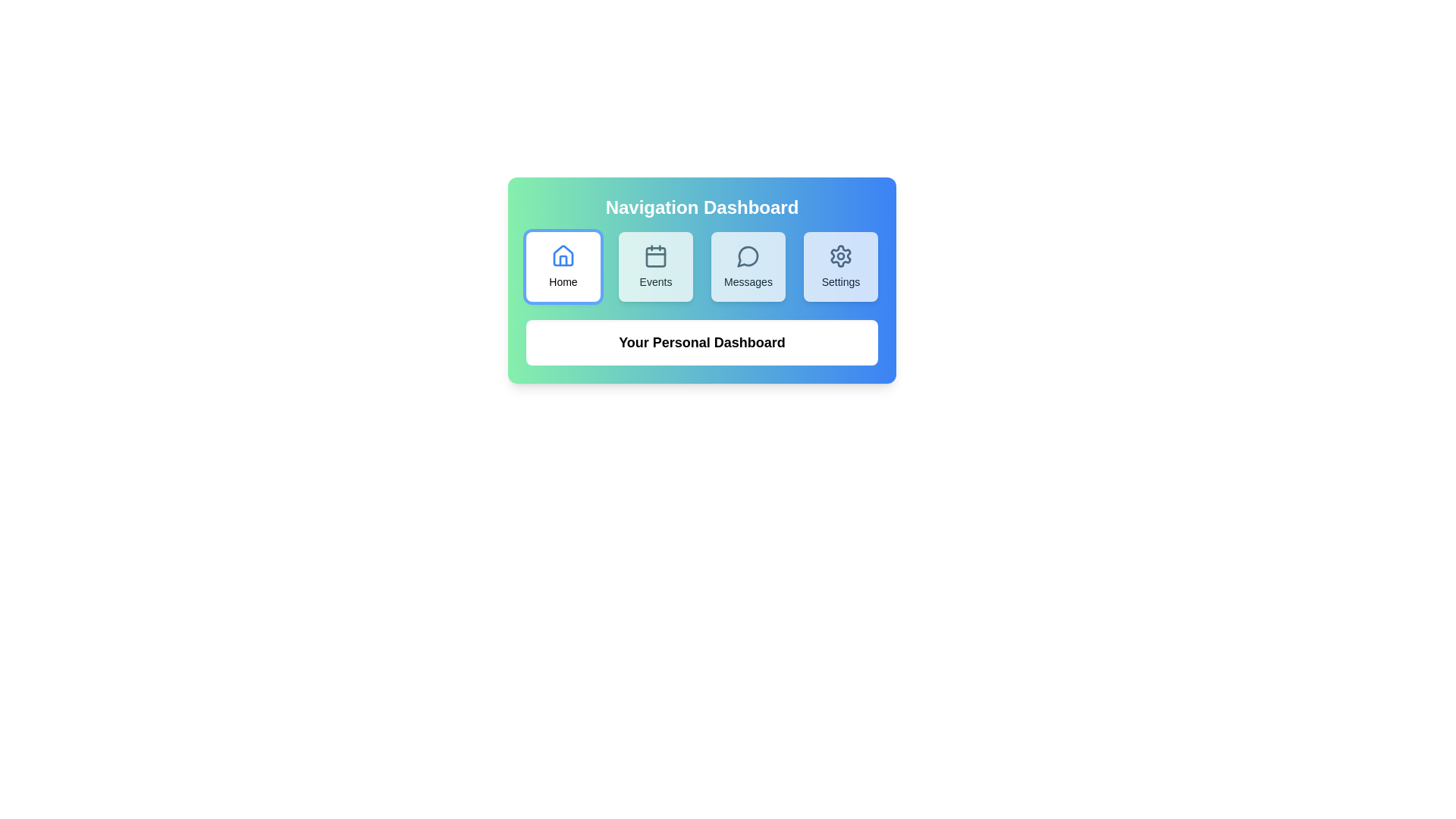  What do you see at coordinates (563, 256) in the screenshot?
I see `the 'Home' icon located in the first button of the horizontal navigation array` at bounding box center [563, 256].